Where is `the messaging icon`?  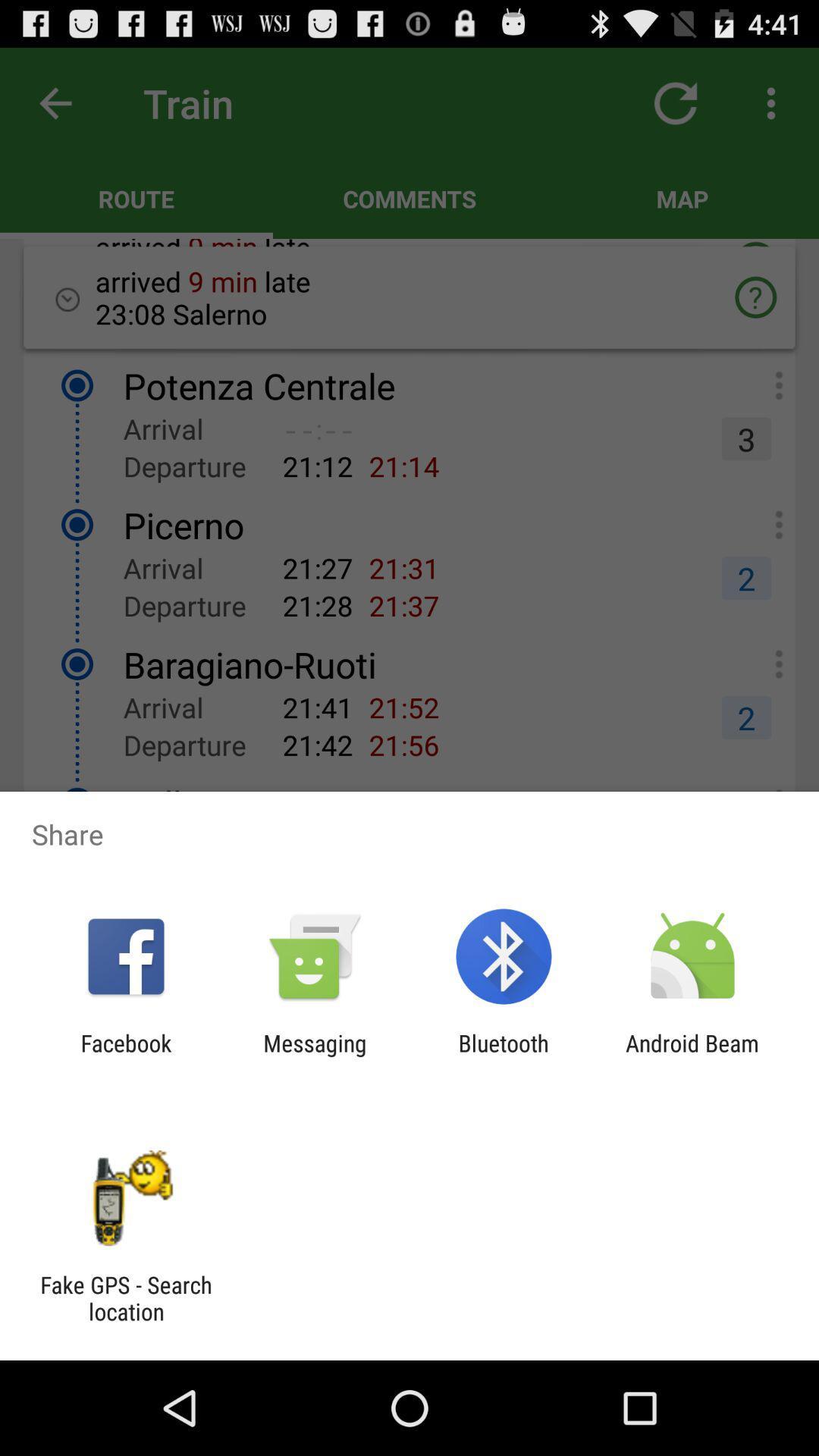 the messaging icon is located at coordinates (314, 1056).